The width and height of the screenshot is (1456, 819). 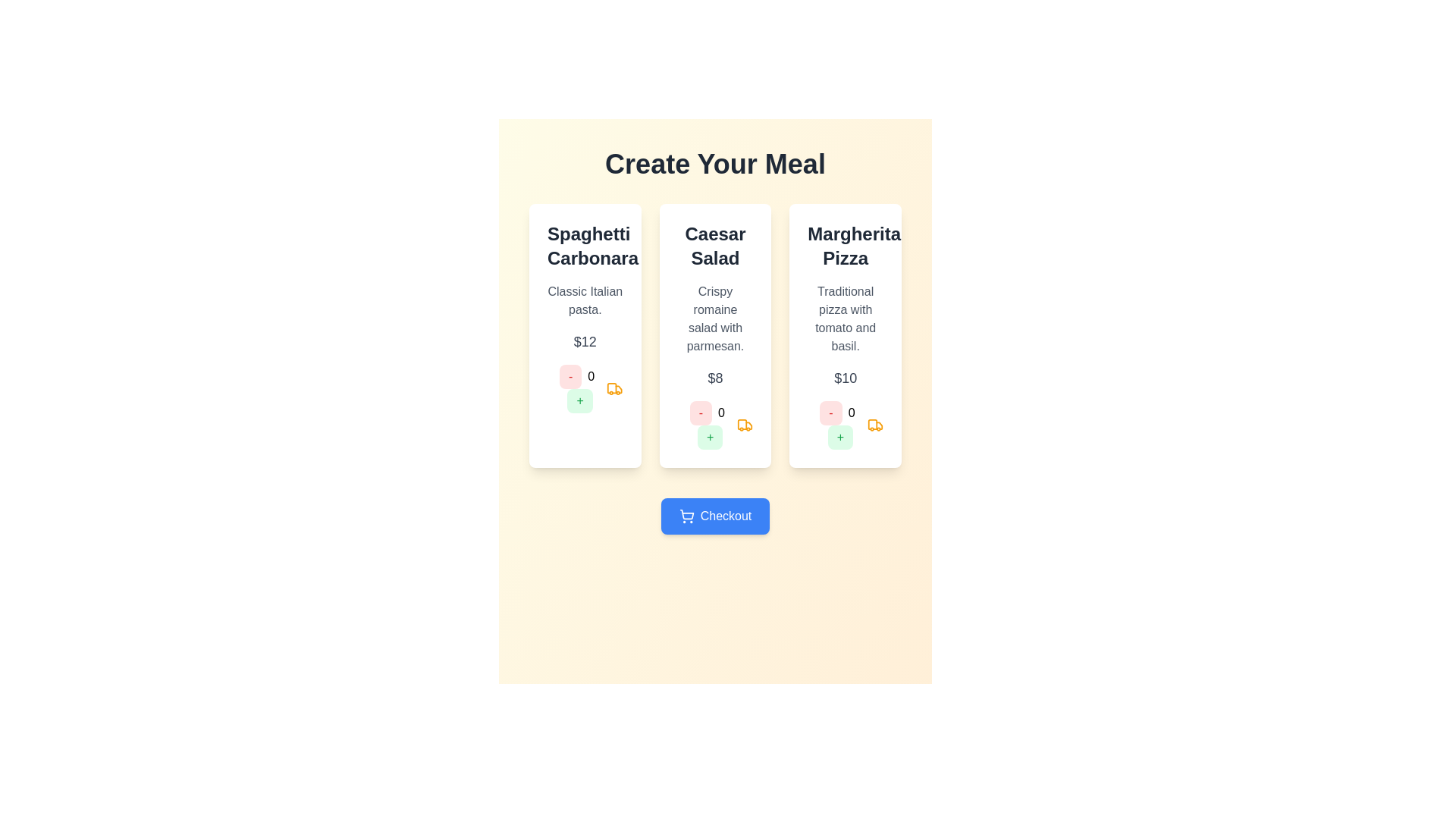 What do you see at coordinates (875, 425) in the screenshot?
I see `the small orange truck-shaped icon located below the number '0' in the rightmost card labeled 'Margherita Pizza'` at bounding box center [875, 425].